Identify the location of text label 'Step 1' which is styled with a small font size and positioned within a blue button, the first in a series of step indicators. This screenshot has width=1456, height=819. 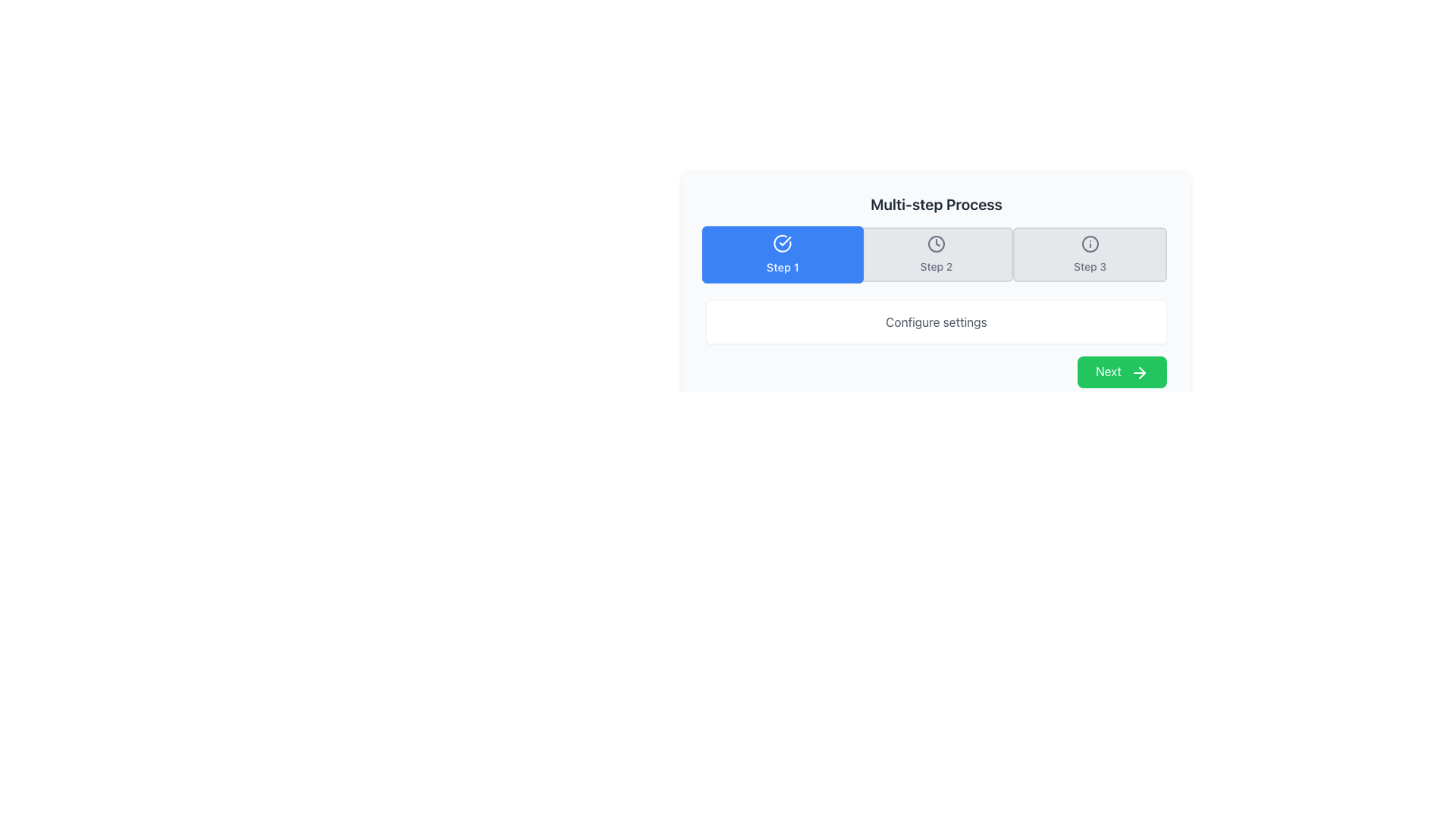
(783, 266).